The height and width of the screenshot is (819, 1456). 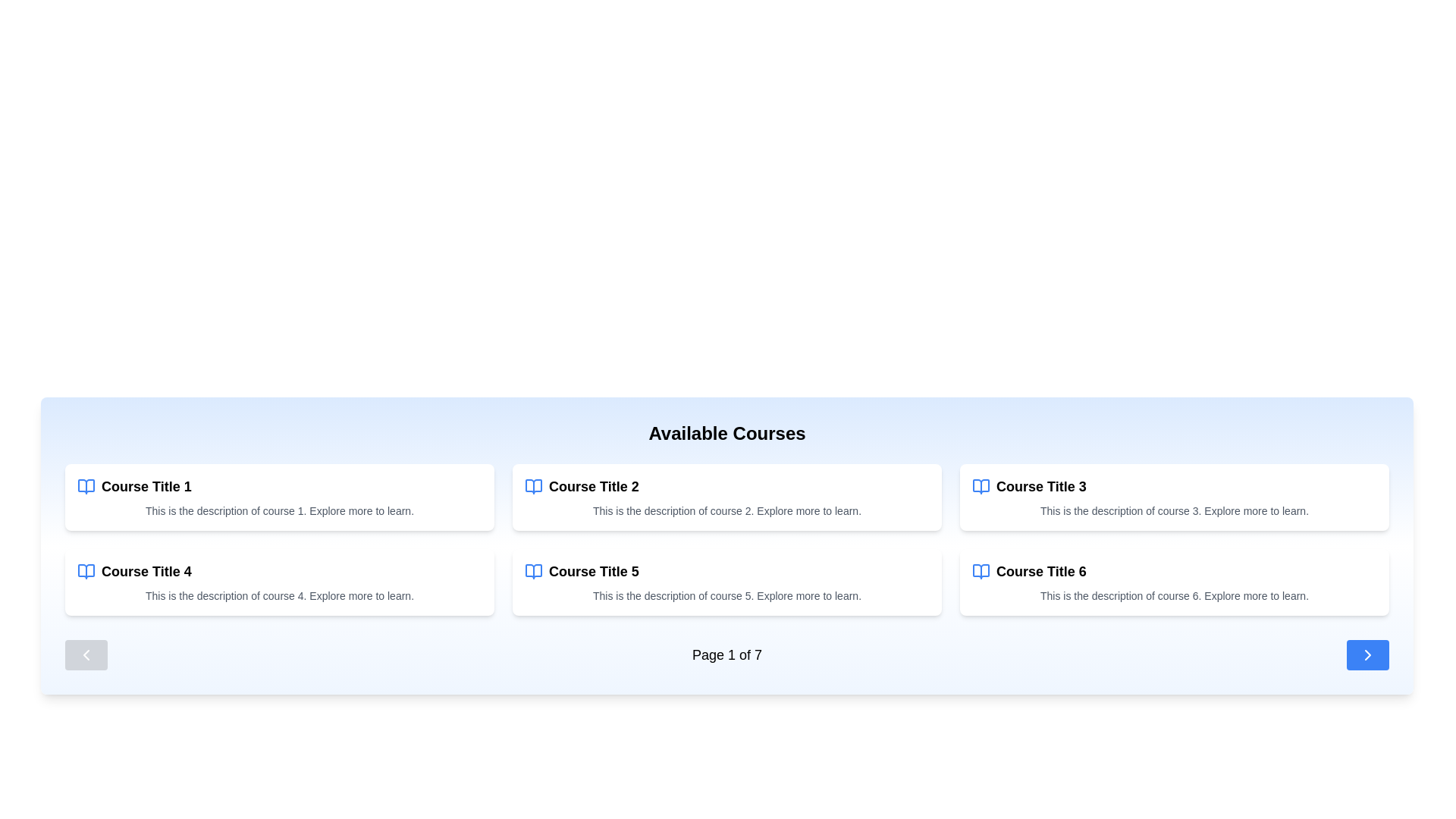 What do you see at coordinates (593, 486) in the screenshot?
I see `the bold text displaying 'Course Title 2', which is the title of the second course card in the upper row of the grid layout, to trigger potential hover effects` at bounding box center [593, 486].